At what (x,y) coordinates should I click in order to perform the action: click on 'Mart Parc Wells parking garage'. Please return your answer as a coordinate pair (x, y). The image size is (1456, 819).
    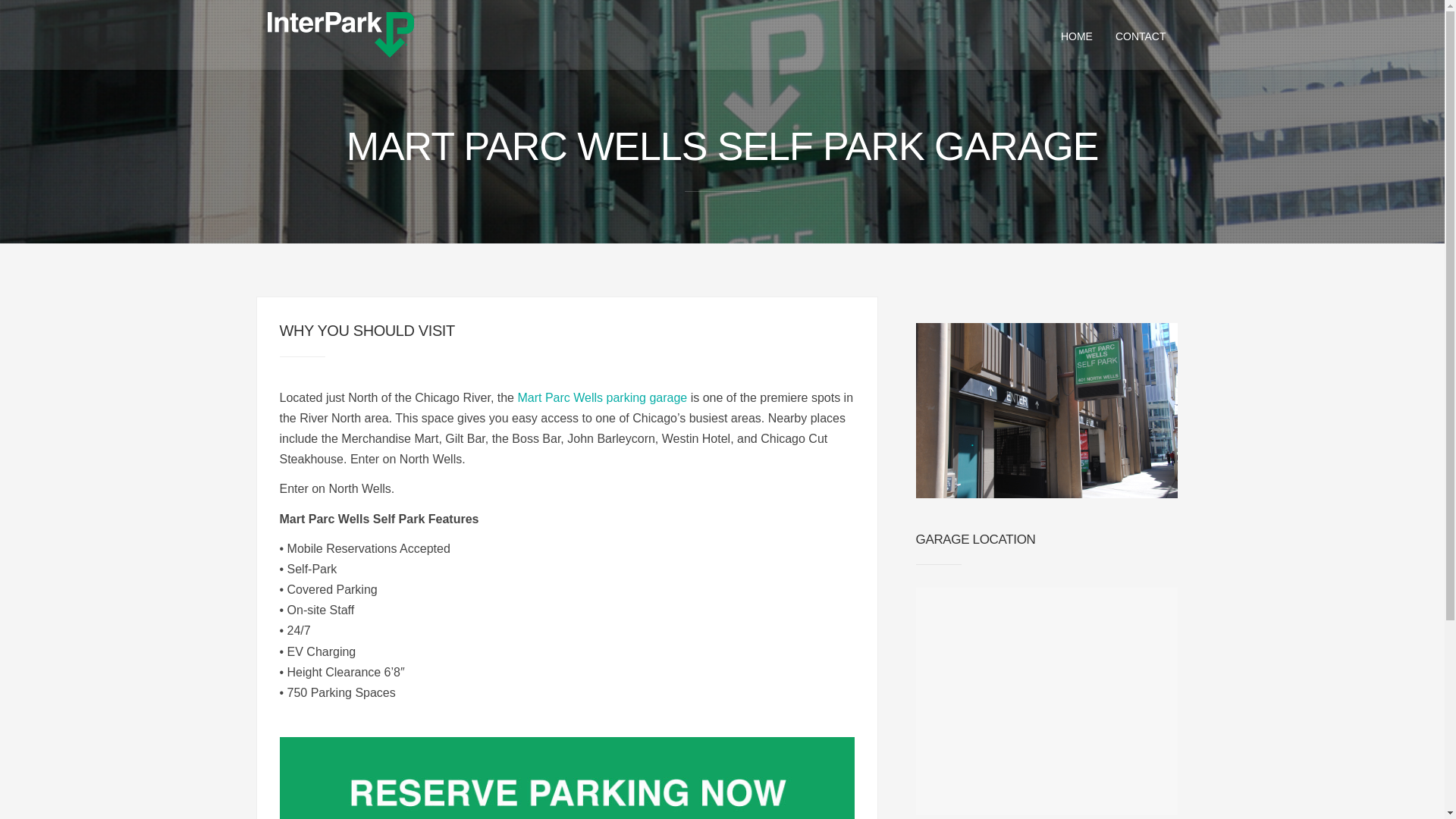
    Looking at the image, I should click on (516, 397).